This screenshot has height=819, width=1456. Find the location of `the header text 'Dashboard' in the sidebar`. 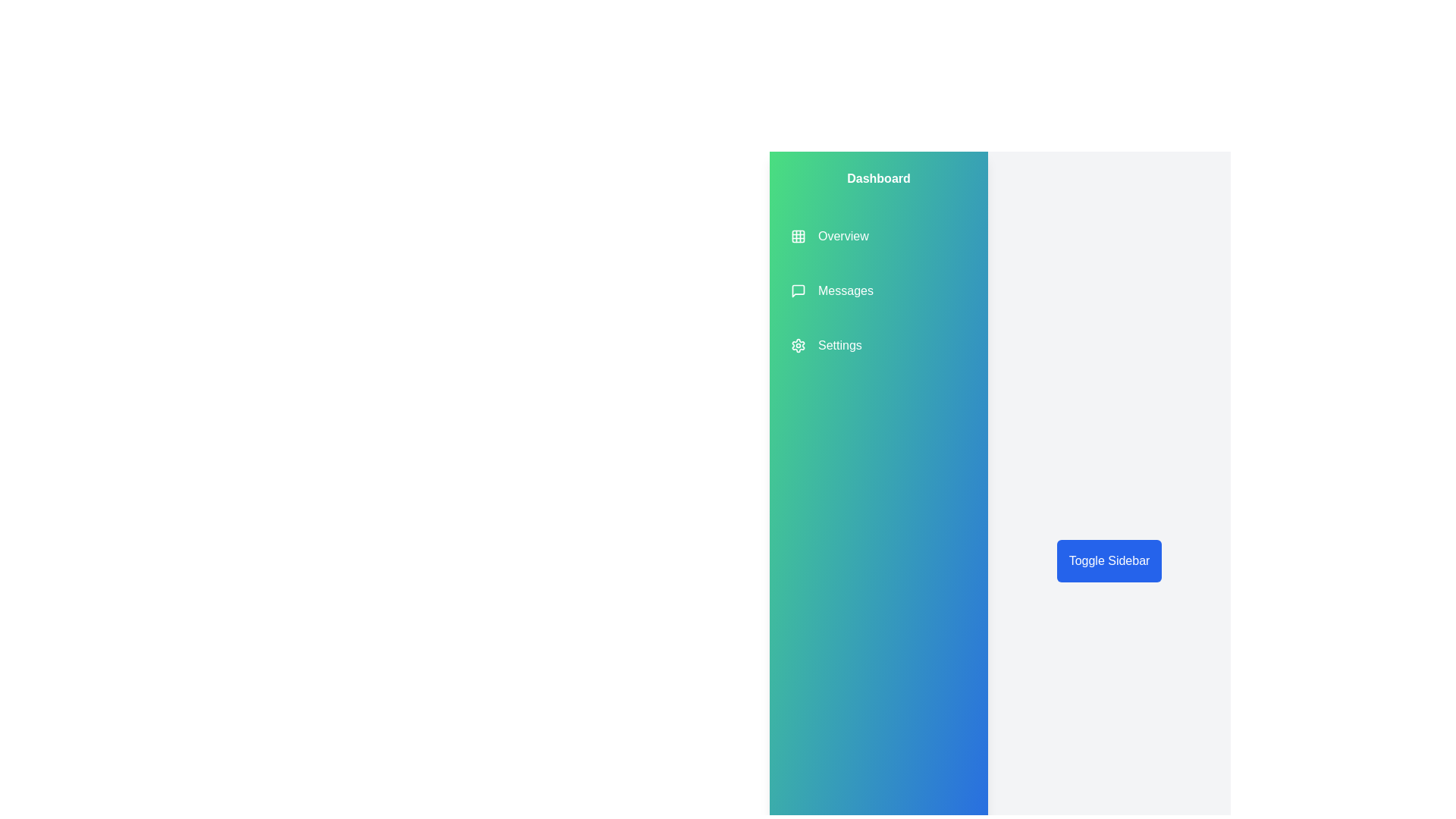

the header text 'Dashboard' in the sidebar is located at coordinates (878, 177).